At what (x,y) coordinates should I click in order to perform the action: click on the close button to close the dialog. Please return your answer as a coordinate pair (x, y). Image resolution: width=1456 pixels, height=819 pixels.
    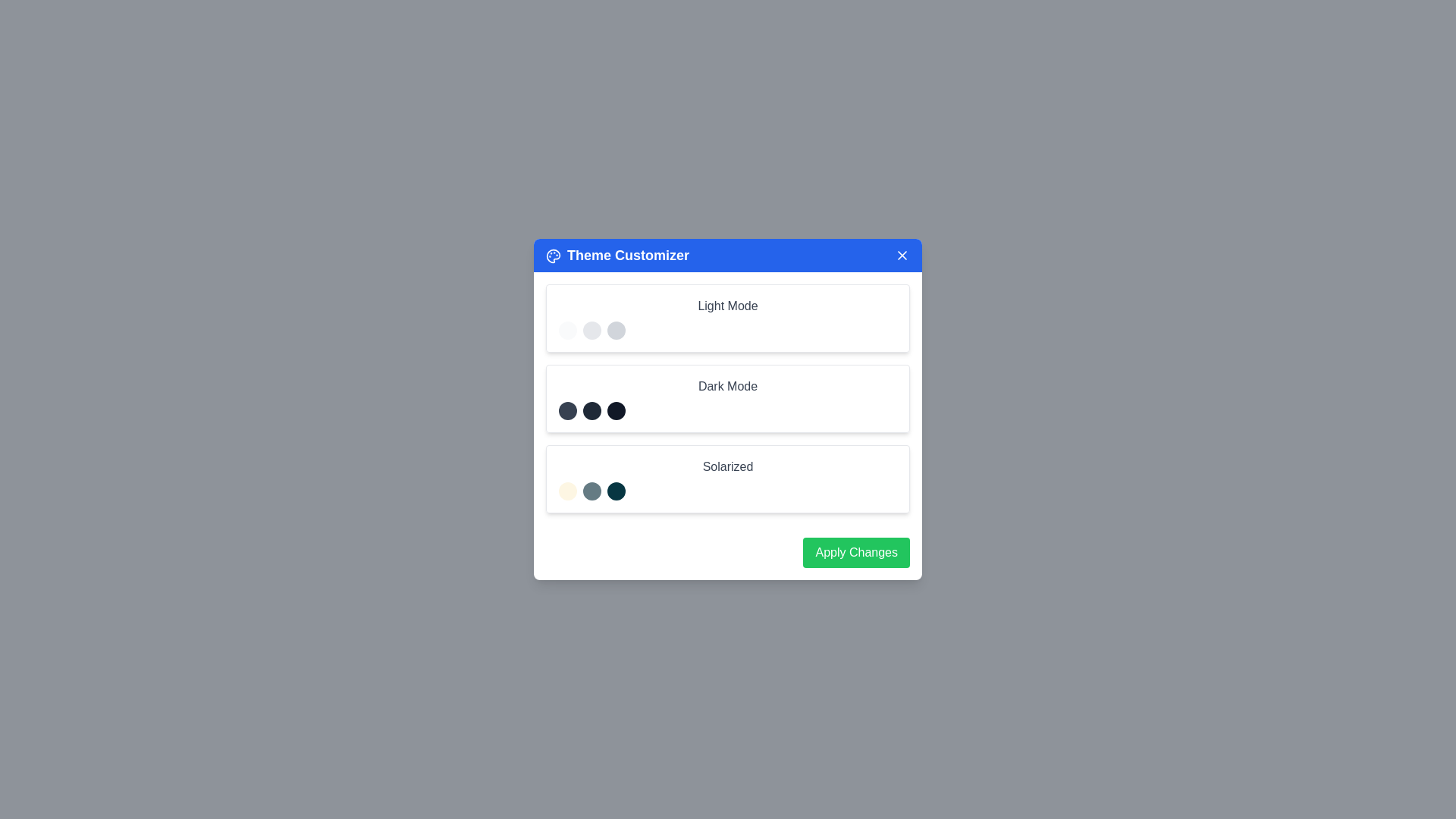
    Looking at the image, I should click on (902, 254).